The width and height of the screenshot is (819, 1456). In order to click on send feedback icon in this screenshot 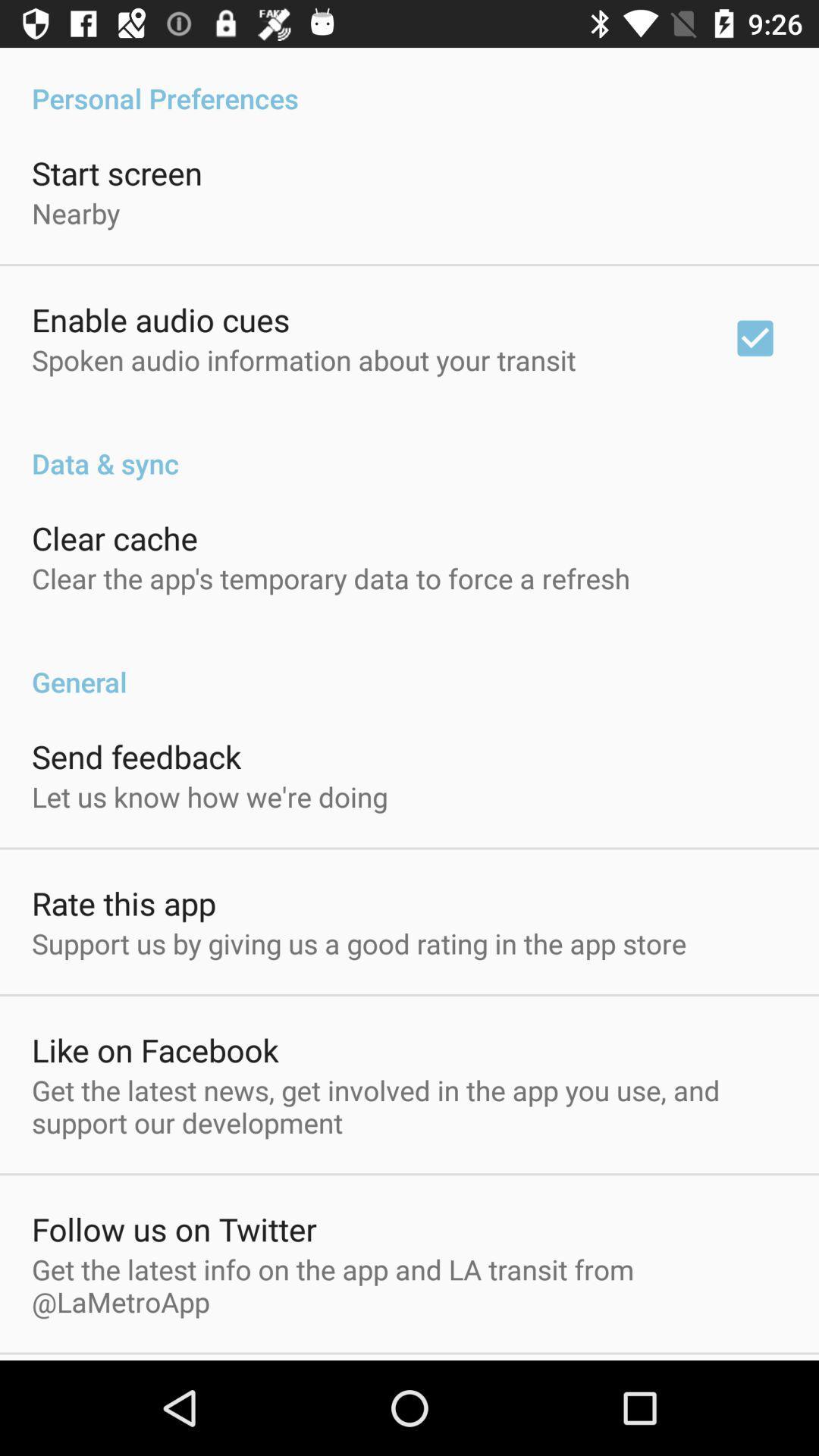, I will do `click(136, 756)`.